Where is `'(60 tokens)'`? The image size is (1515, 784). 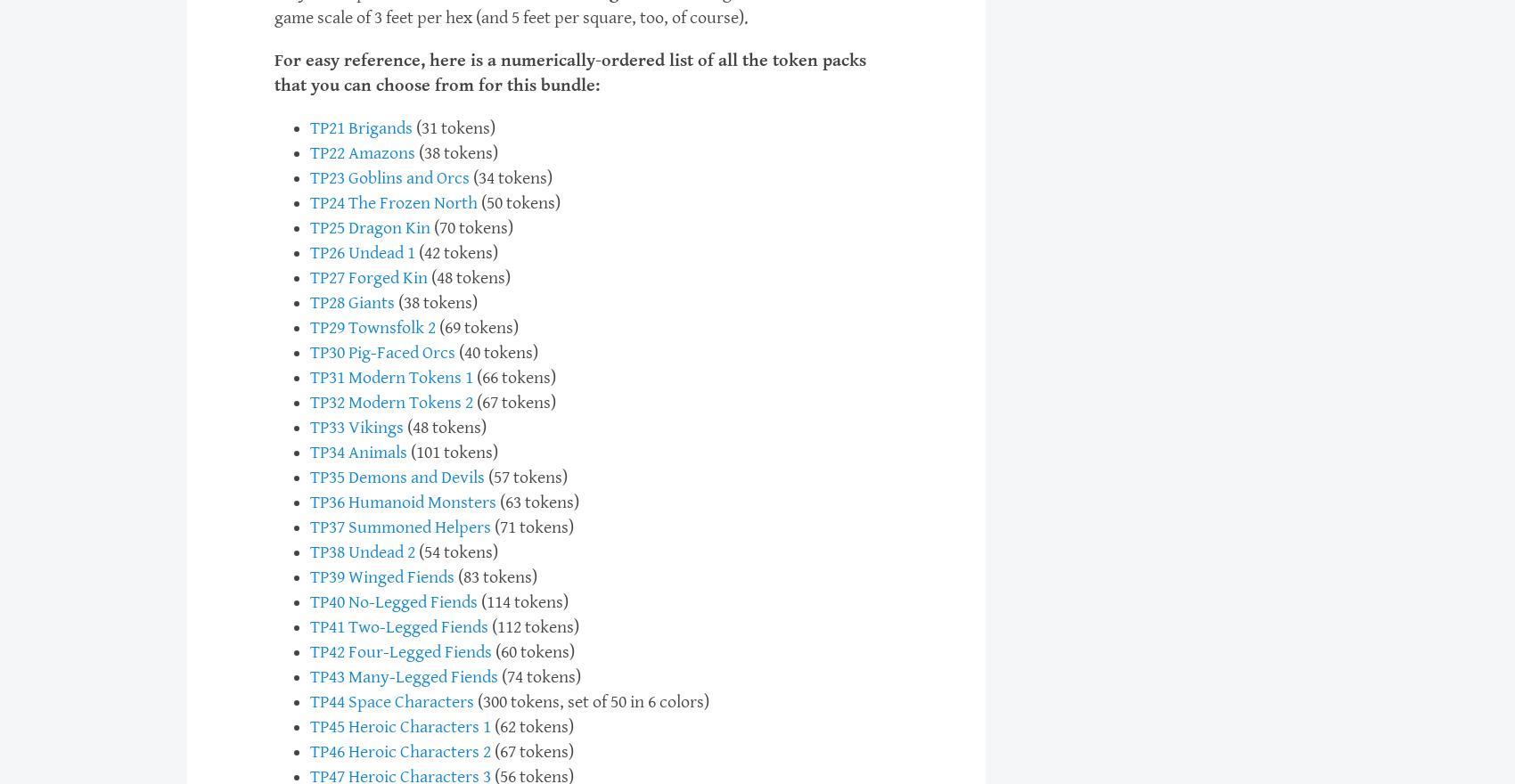
'(60 tokens)' is located at coordinates (532, 652).